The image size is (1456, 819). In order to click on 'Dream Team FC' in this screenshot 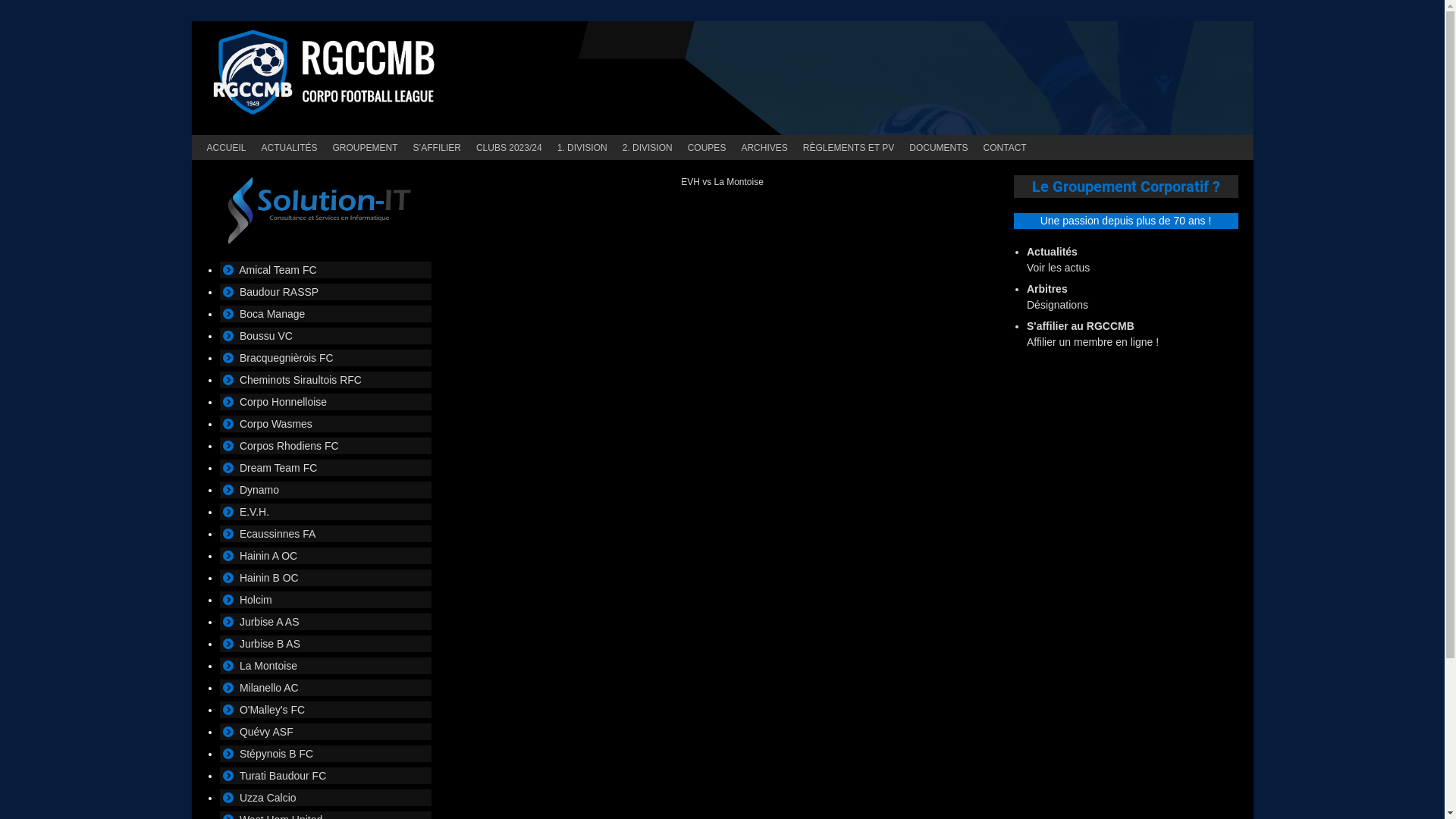, I will do `click(239, 467)`.